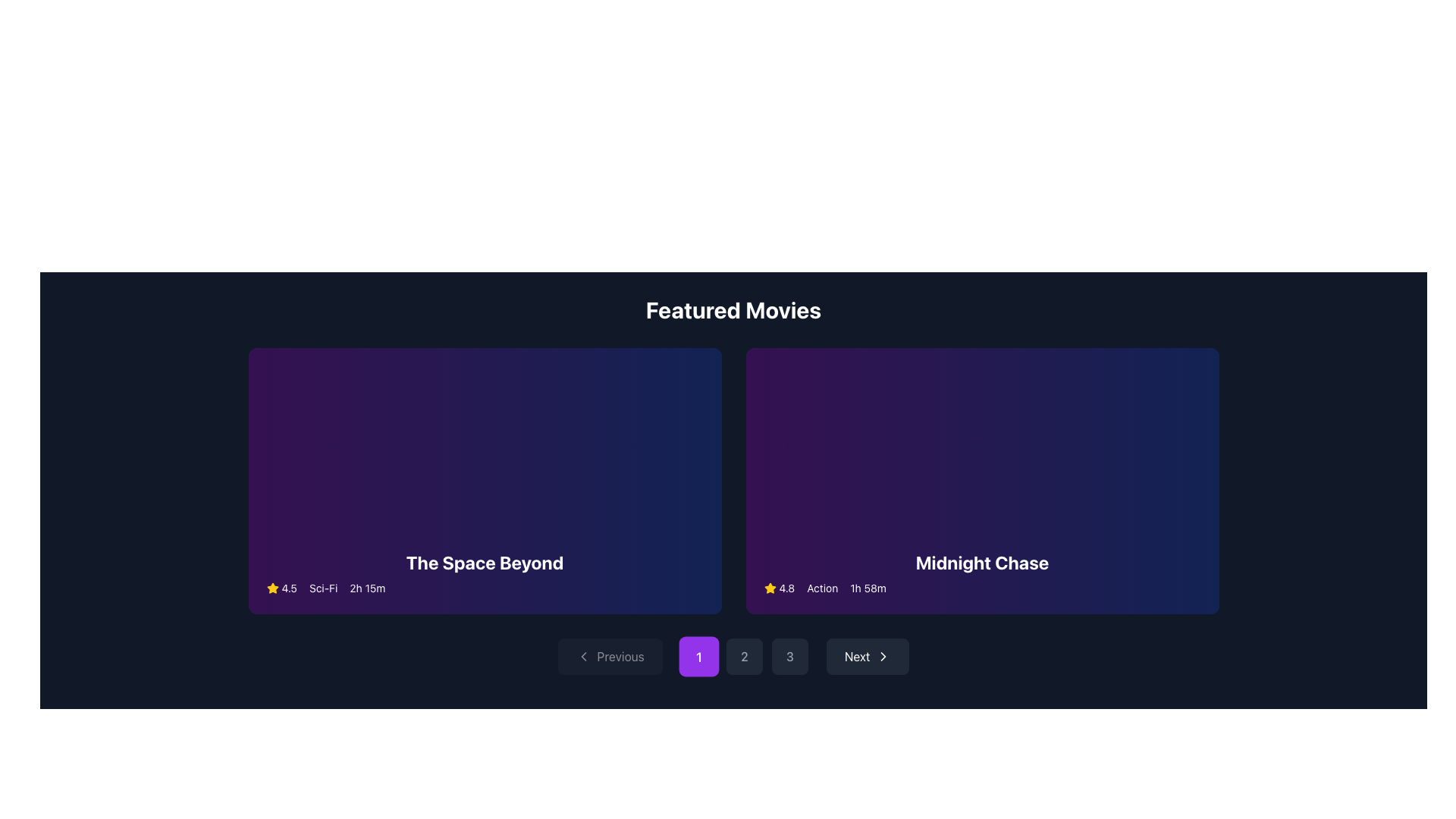 This screenshot has height=819, width=1456. What do you see at coordinates (744, 656) in the screenshot?
I see `the pagination button labeled '2'` at bounding box center [744, 656].